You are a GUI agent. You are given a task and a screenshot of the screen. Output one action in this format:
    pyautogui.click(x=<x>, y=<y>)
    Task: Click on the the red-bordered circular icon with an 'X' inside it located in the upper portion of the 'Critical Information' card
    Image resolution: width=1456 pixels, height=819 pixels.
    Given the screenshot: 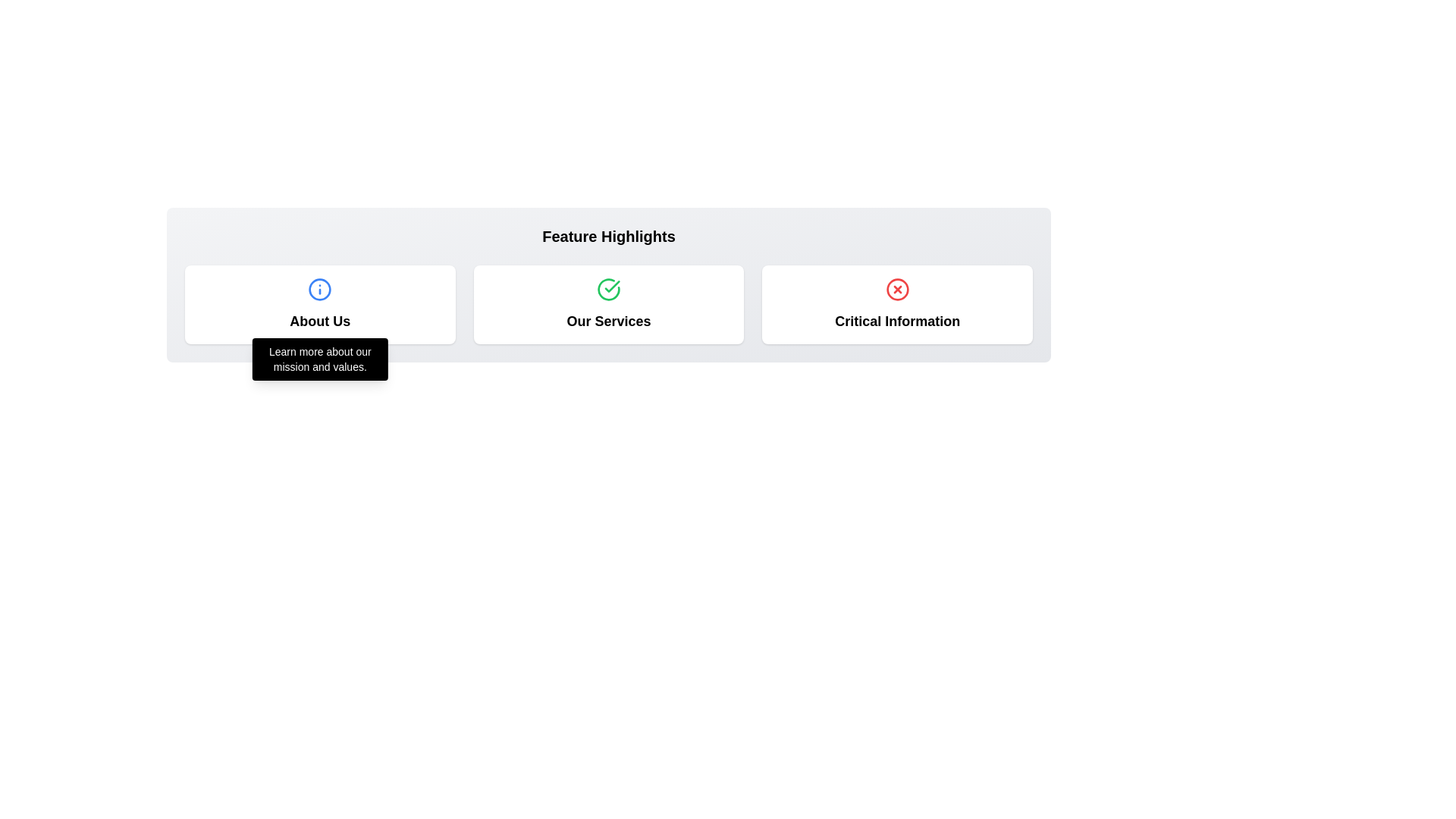 What is the action you would take?
    pyautogui.click(x=897, y=289)
    